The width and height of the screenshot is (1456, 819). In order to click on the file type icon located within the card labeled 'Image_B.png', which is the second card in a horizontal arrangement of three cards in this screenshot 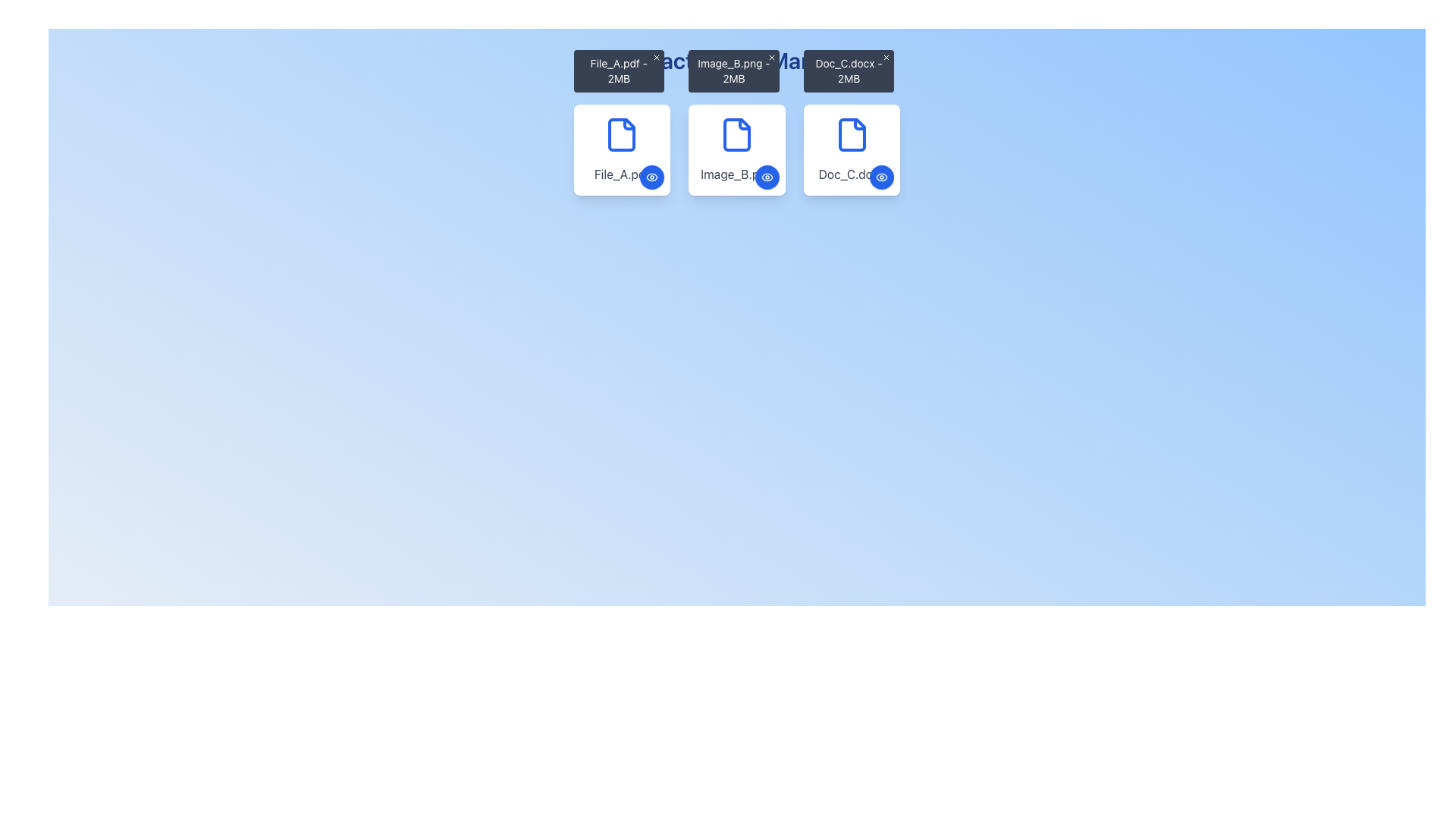, I will do `click(736, 133)`.